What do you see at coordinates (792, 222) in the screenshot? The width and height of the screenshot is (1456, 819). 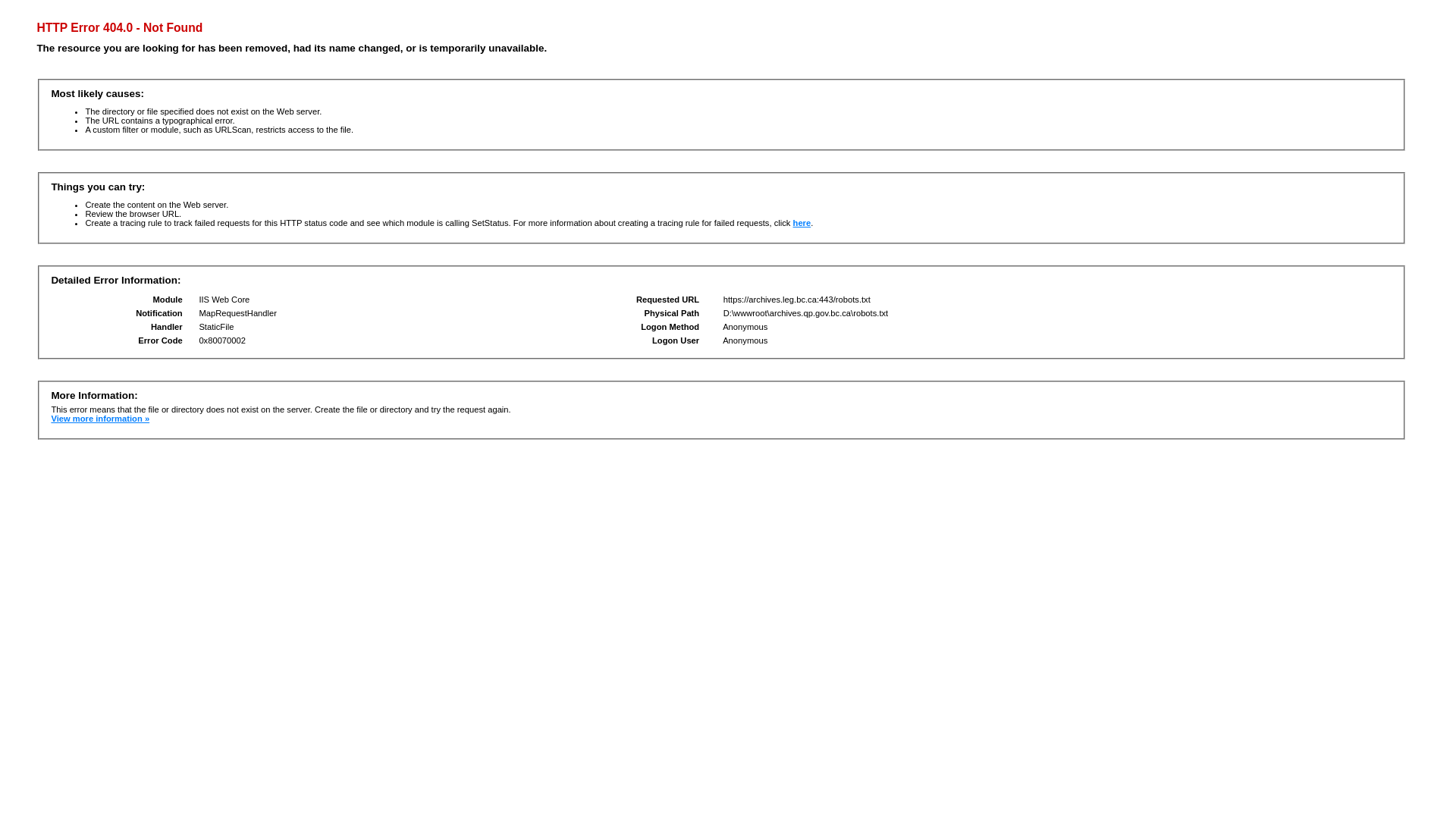 I see `'here'` at bounding box center [792, 222].